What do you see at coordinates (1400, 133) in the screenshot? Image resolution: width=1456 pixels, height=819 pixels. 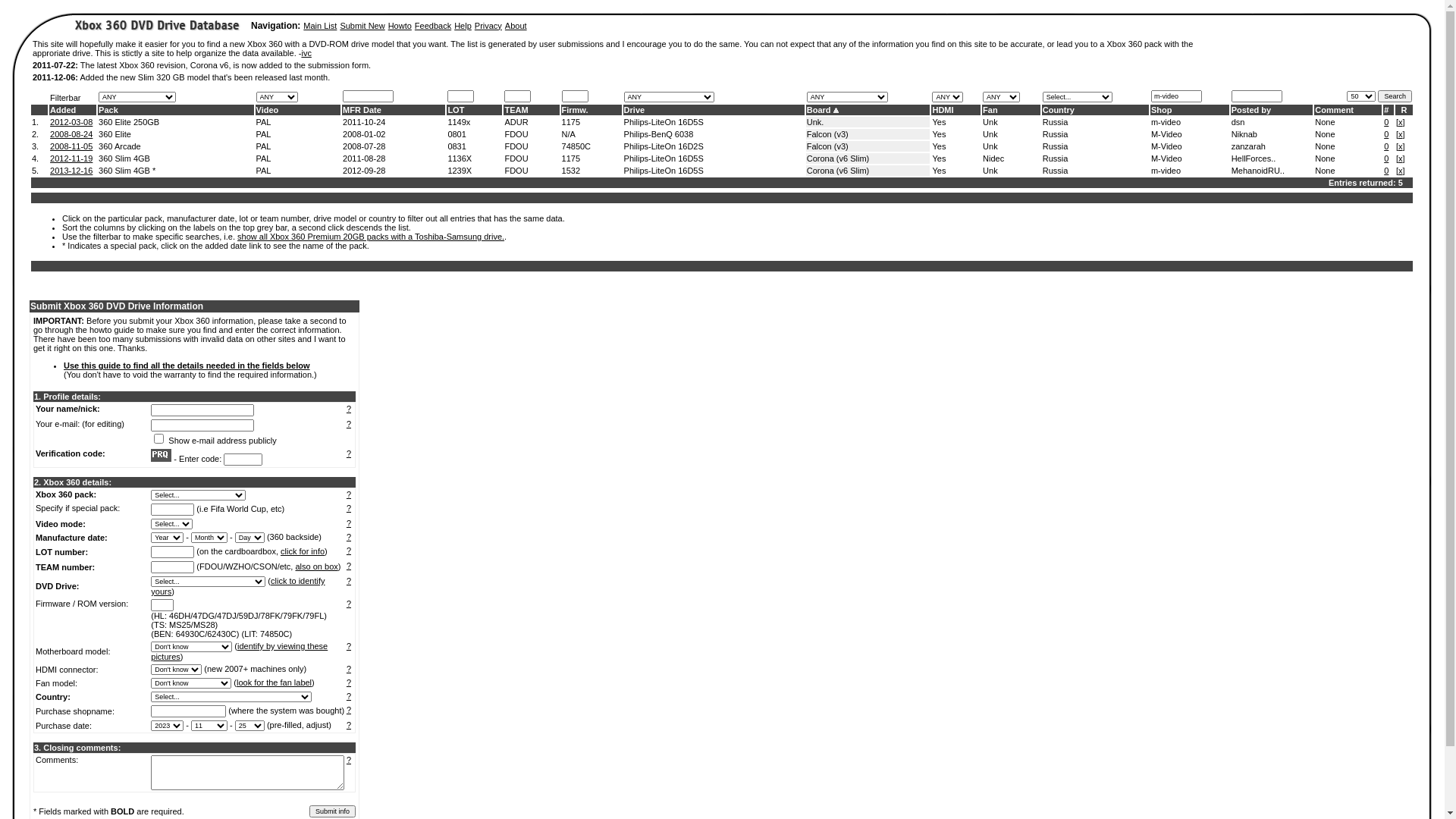 I see `'x'` at bounding box center [1400, 133].